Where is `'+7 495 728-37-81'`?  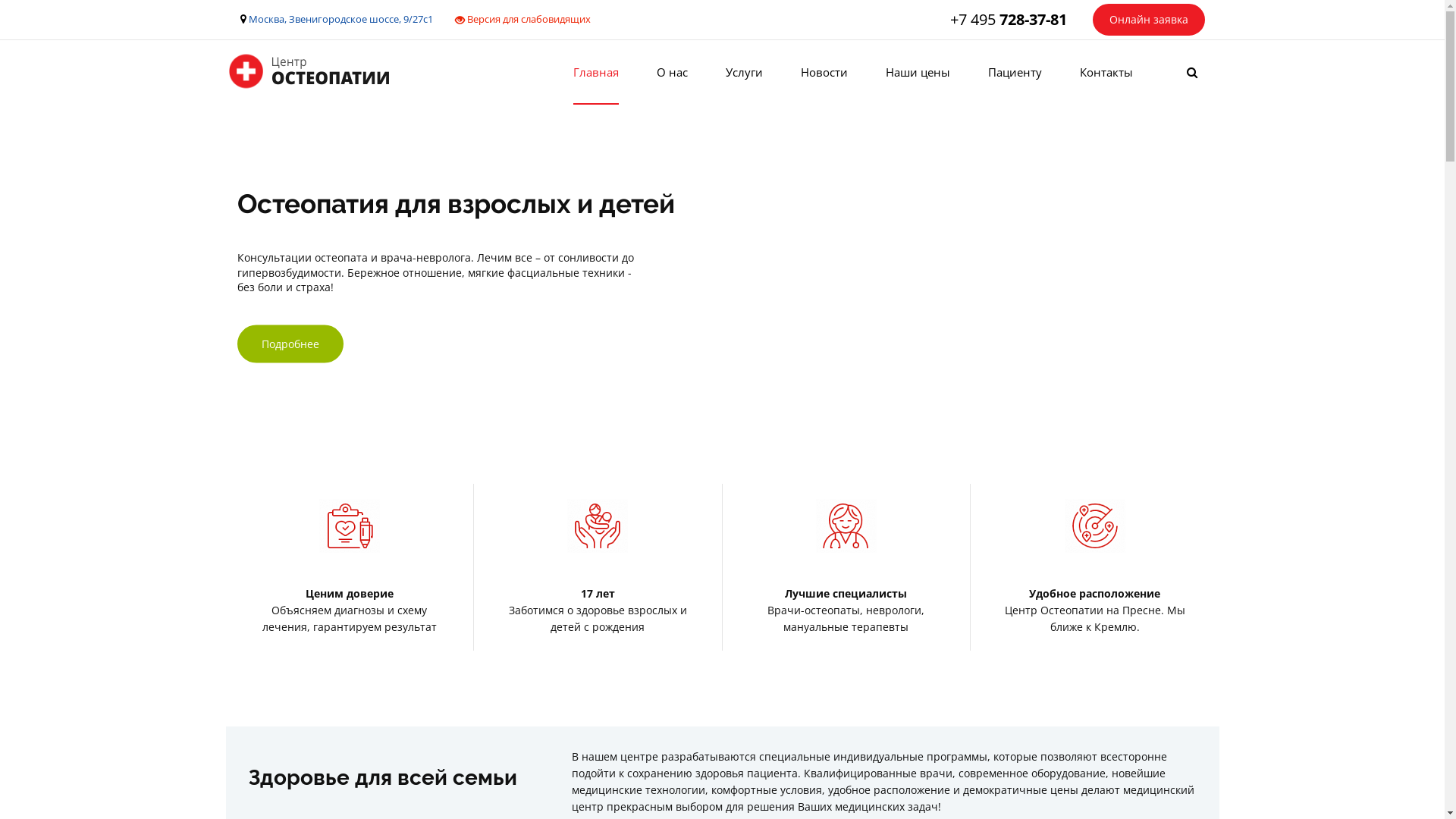
'+7 495 728-37-81' is located at coordinates (1008, 19).